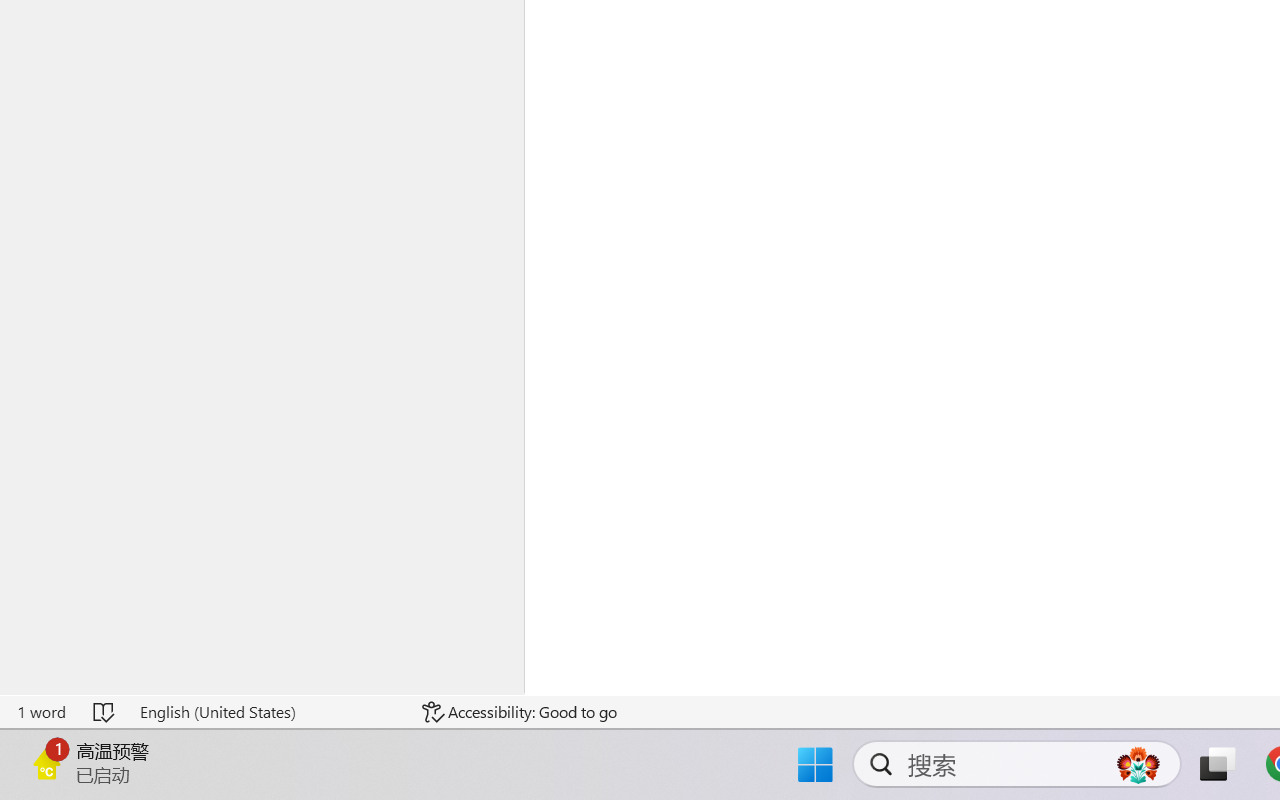 The image size is (1280, 800). What do you see at coordinates (104, 711) in the screenshot?
I see `'Spelling and Grammar Check No Errors'` at bounding box center [104, 711].